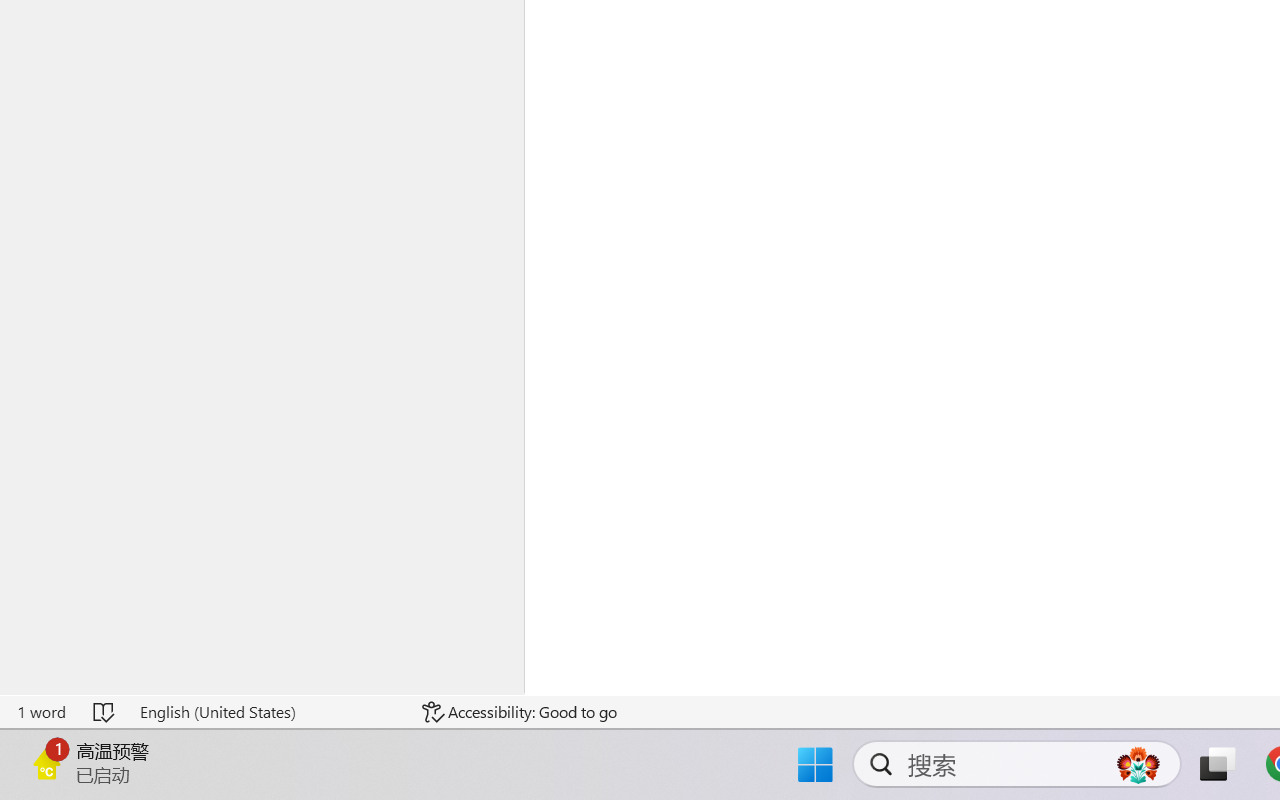 The image size is (1280, 800). What do you see at coordinates (104, 711) in the screenshot?
I see `'Spelling and Grammar Check No Errors'` at bounding box center [104, 711].